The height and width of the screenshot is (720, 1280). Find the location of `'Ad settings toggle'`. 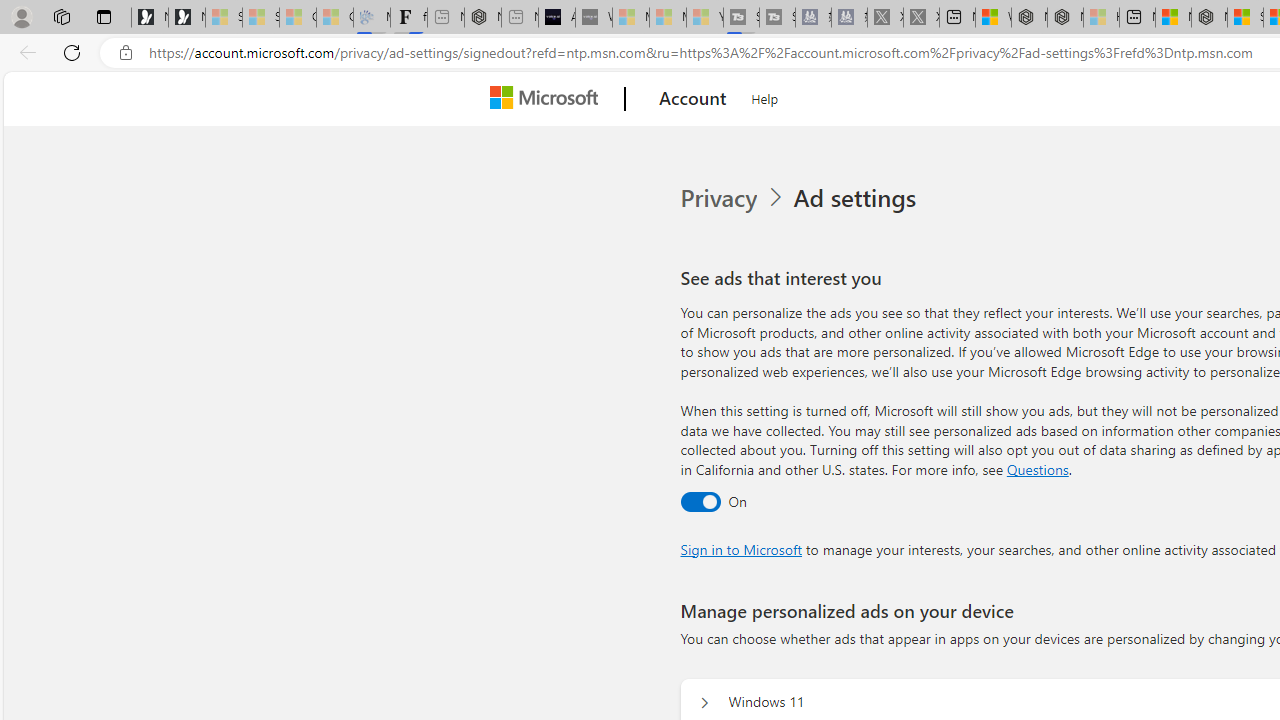

'Ad settings toggle' is located at coordinates (700, 500).